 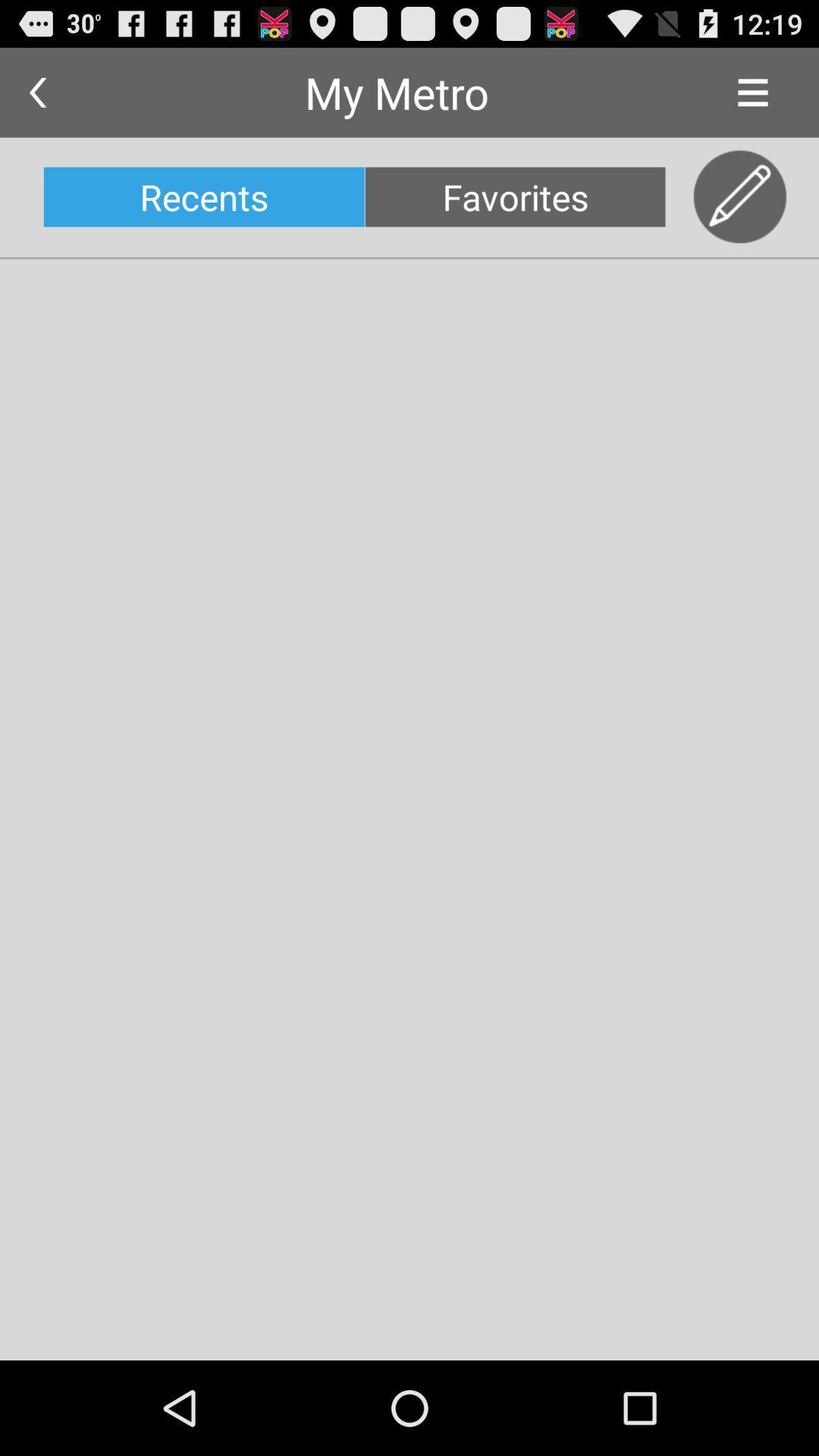 I want to click on item below my metro icon, so click(x=514, y=196).